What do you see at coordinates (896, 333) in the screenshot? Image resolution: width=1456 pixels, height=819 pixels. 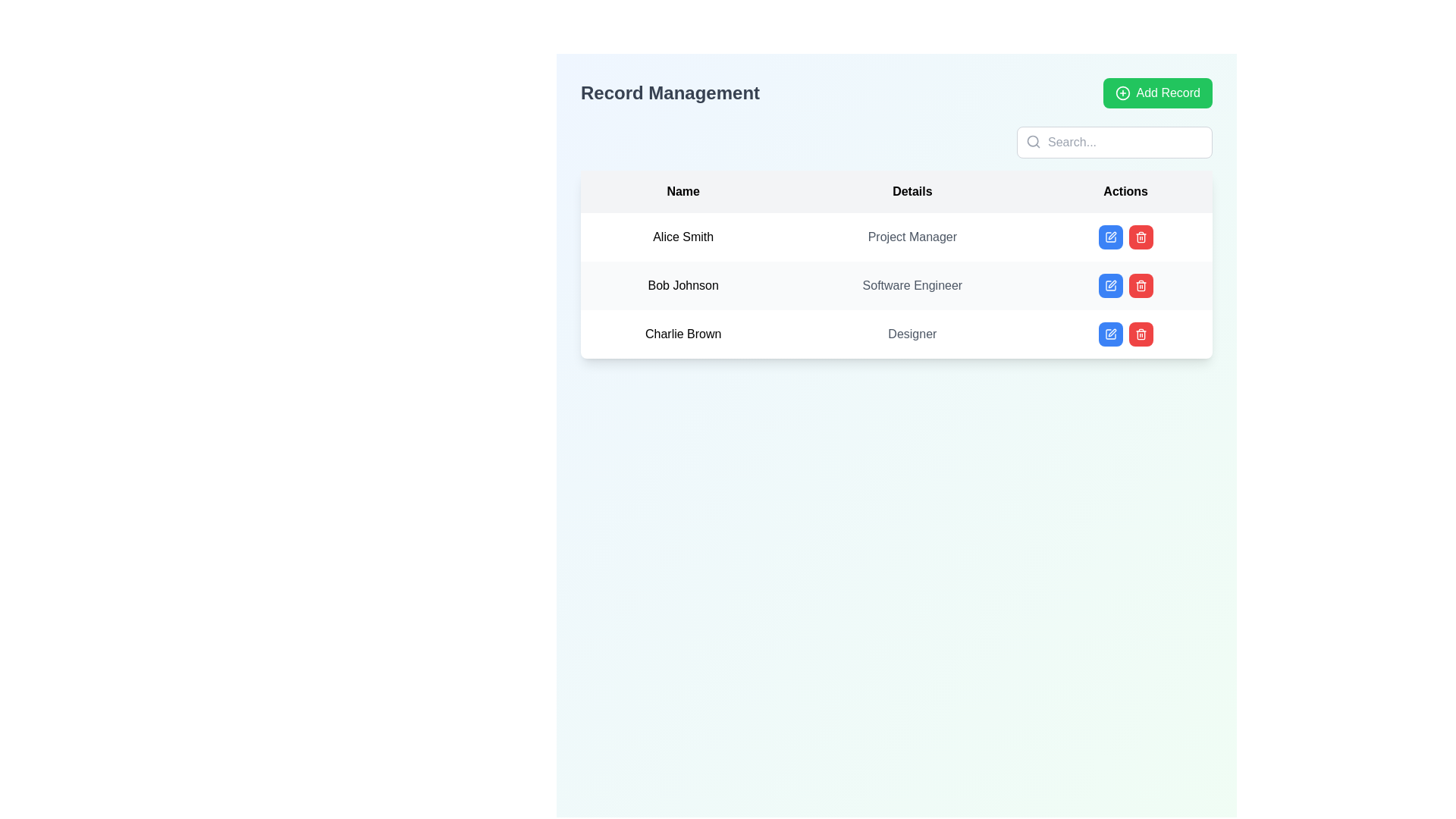 I see `and interpret the text content of the third row in the table displaying 'Charlie Brown' as the name and 'Designer' as the role` at bounding box center [896, 333].